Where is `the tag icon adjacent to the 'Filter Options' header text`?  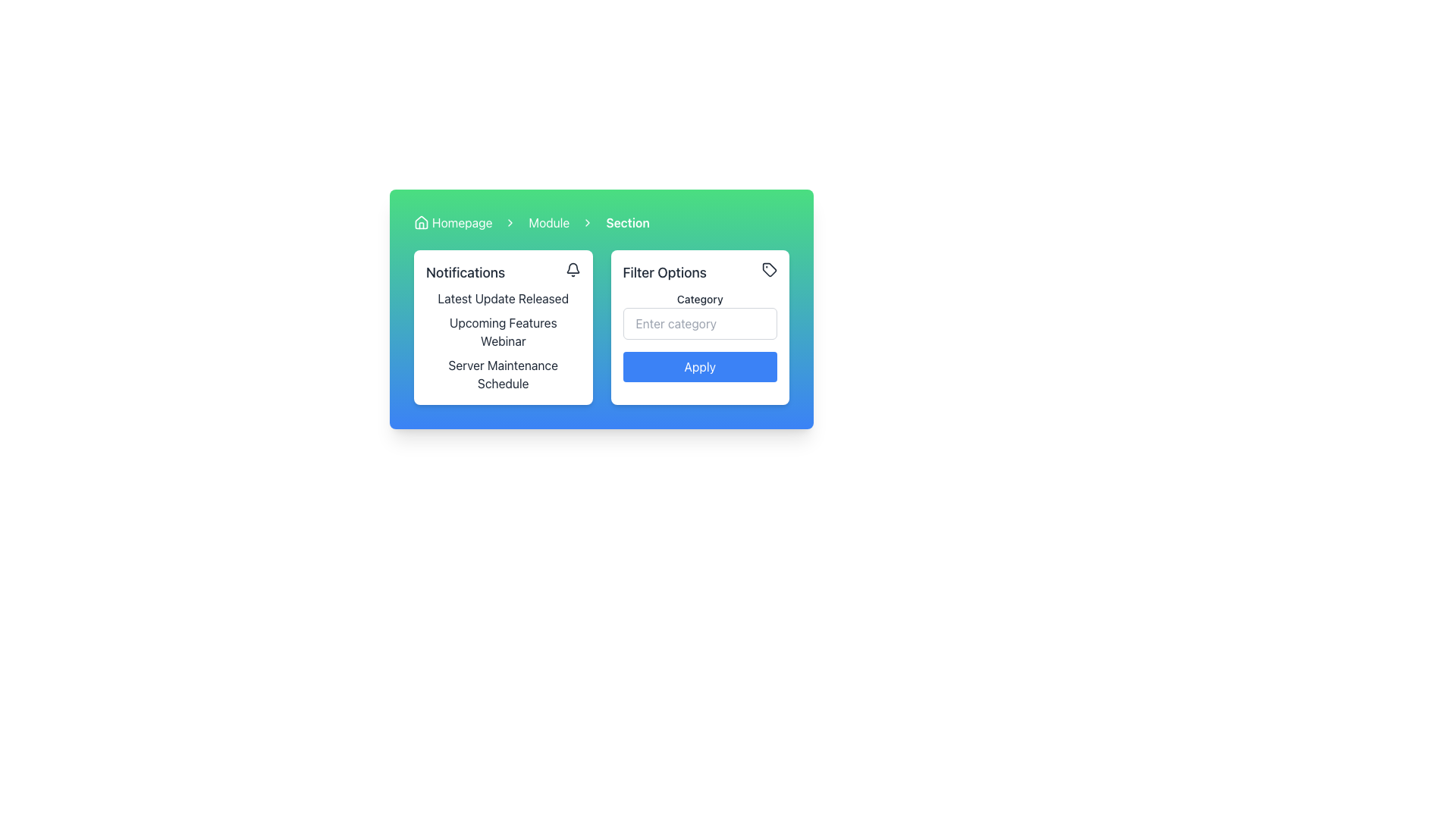 the tag icon adjacent to the 'Filter Options' header text is located at coordinates (699, 271).